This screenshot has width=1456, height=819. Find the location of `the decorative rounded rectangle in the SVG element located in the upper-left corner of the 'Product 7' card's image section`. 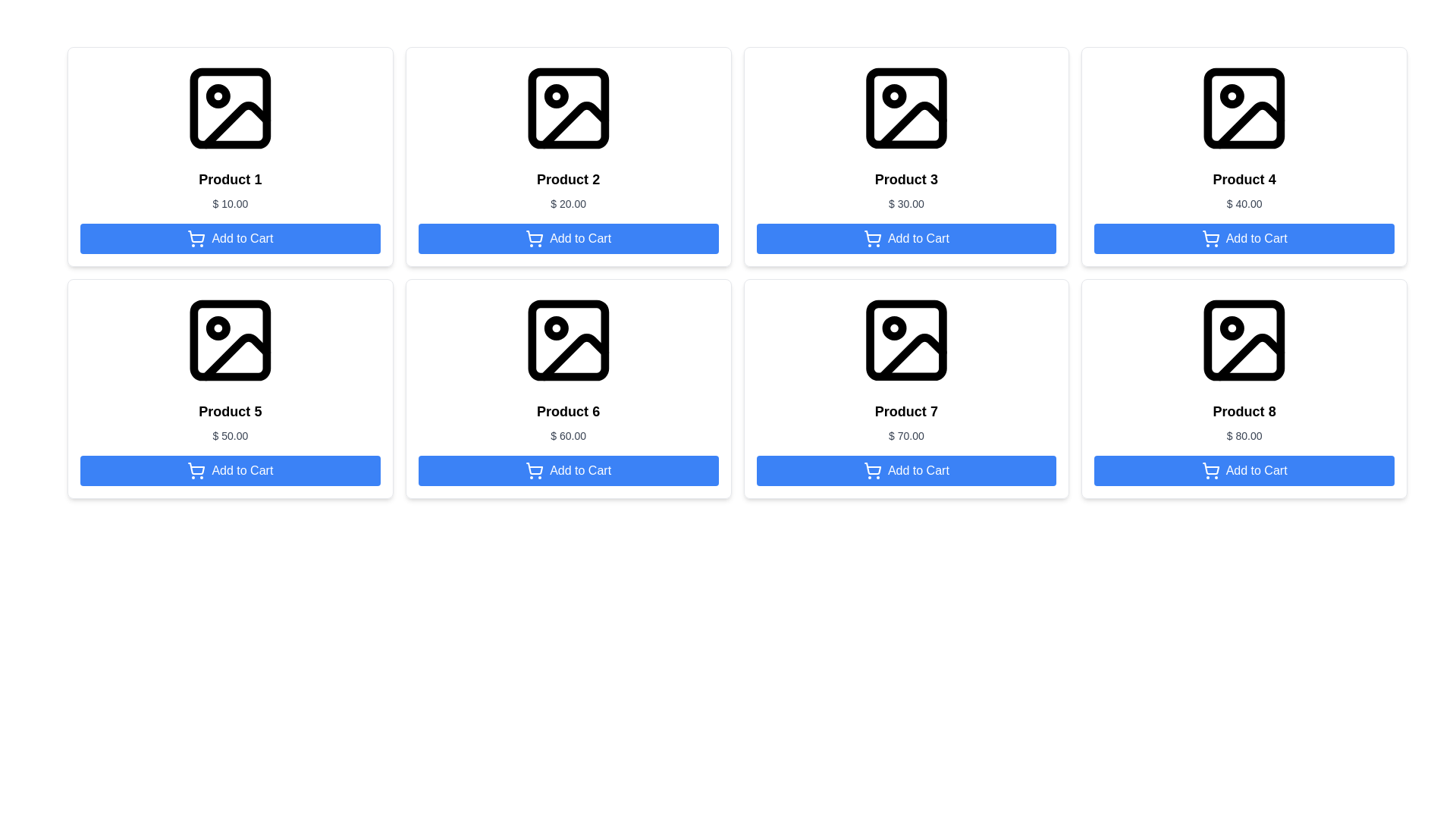

the decorative rounded rectangle in the SVG element located in the upper-left corner of the 'Product 7' card's image section is located at coordinates (906, 339).